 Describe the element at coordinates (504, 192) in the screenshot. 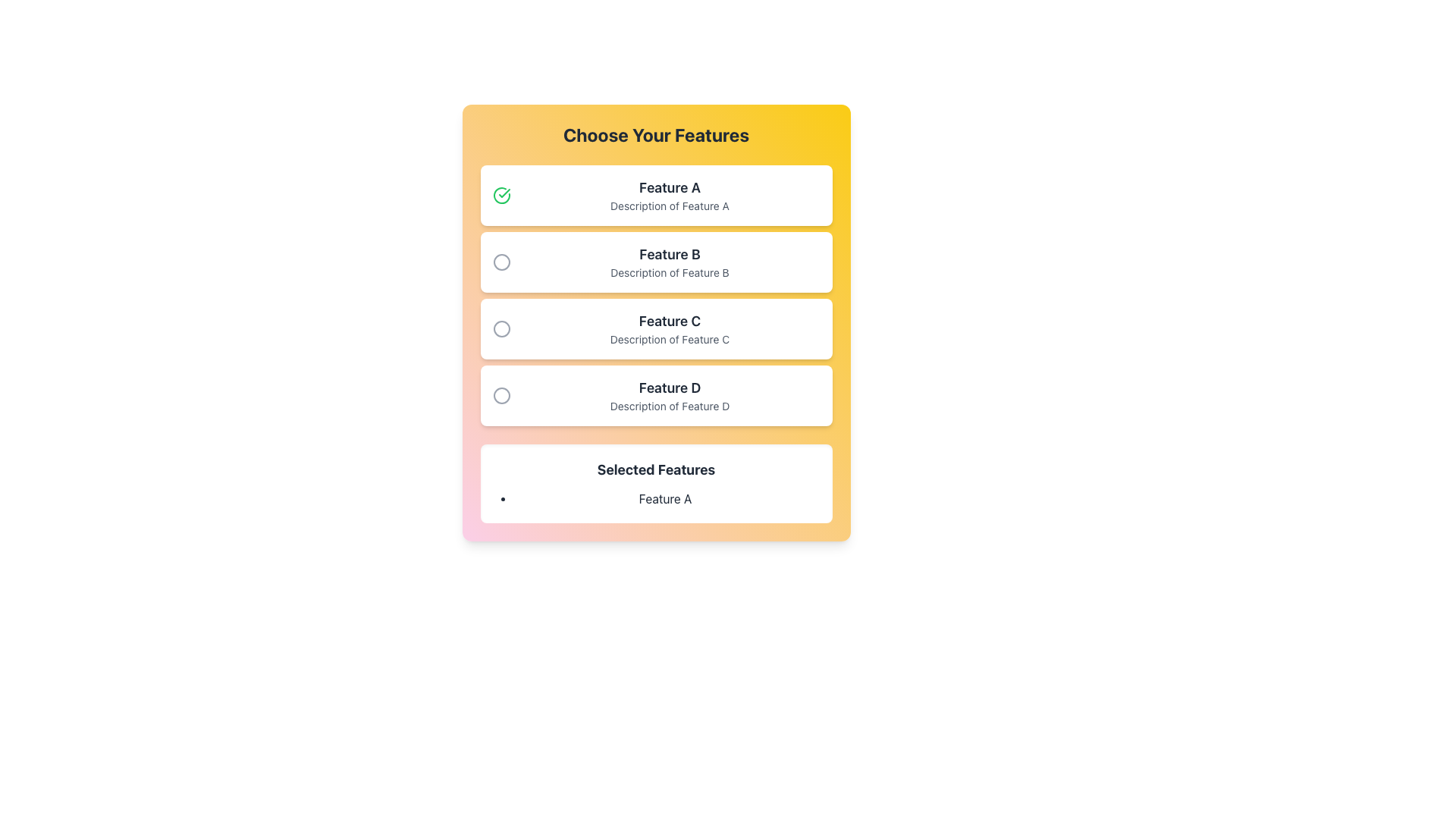

I see `the checkmark styled glyph located within the green circular icon to the left of the 'Feature A' label in the first feature option` at that location.